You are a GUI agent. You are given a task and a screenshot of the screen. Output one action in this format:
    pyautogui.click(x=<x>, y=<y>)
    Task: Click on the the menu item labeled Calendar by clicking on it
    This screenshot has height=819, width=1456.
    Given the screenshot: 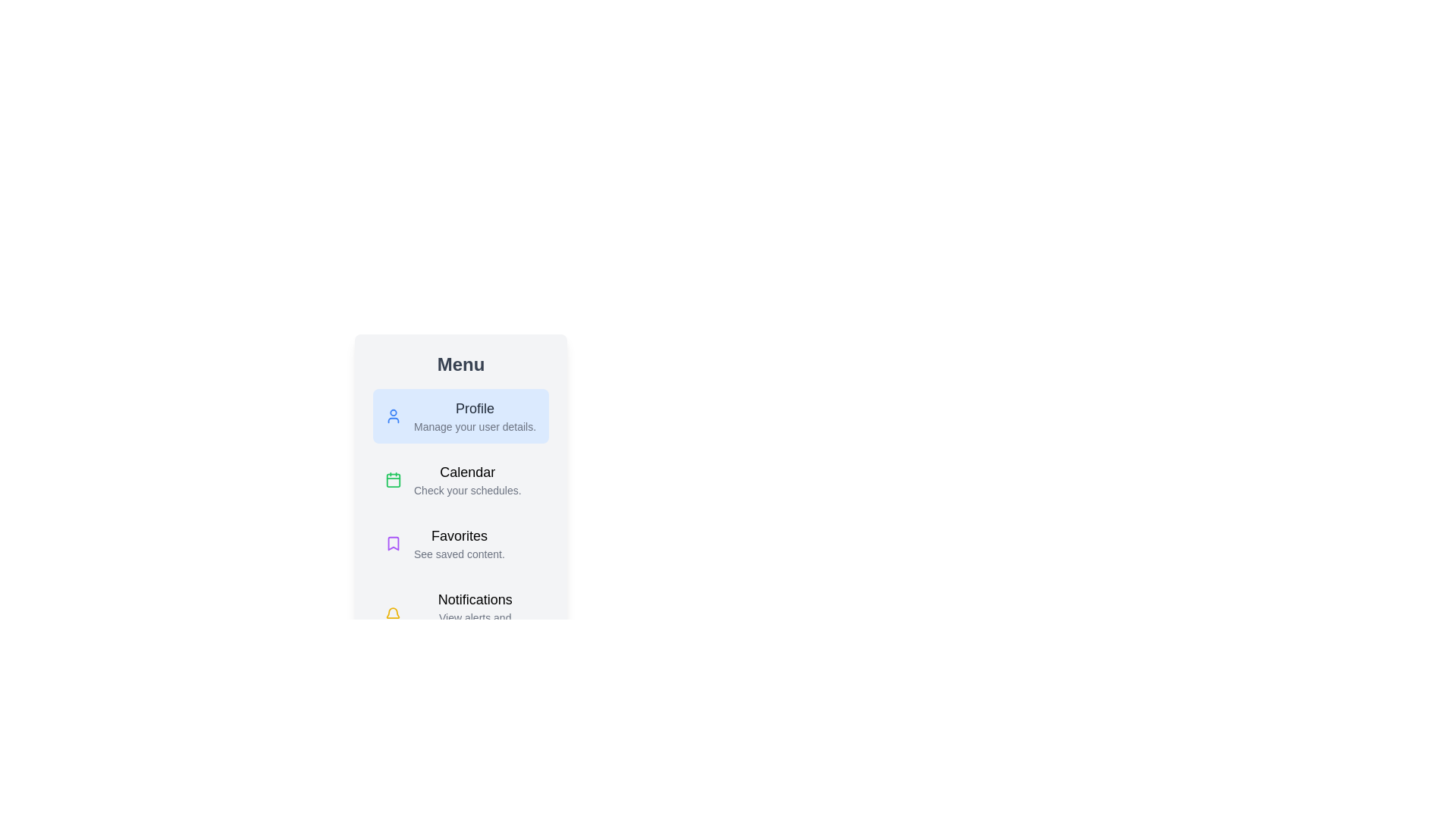 What is the action you would take?
    pyautogui.click(x=460, y=479)
    